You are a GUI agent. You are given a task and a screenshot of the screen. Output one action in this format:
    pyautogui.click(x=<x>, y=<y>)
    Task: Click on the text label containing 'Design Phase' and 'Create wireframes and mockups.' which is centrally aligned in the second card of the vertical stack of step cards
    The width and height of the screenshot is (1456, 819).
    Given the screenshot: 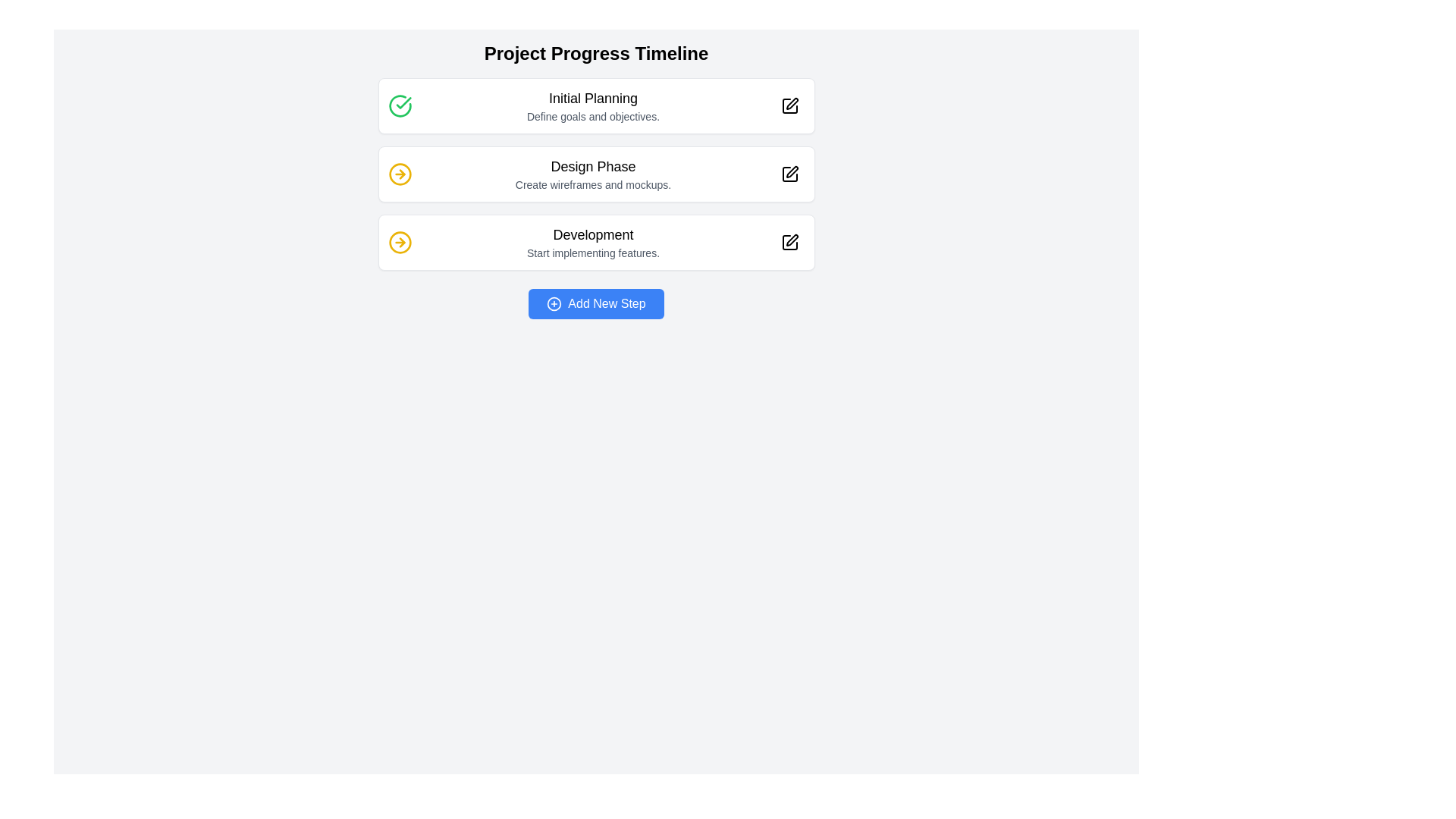 What is the action you would take?
    pyautogui.click(x=592, y=174)
    